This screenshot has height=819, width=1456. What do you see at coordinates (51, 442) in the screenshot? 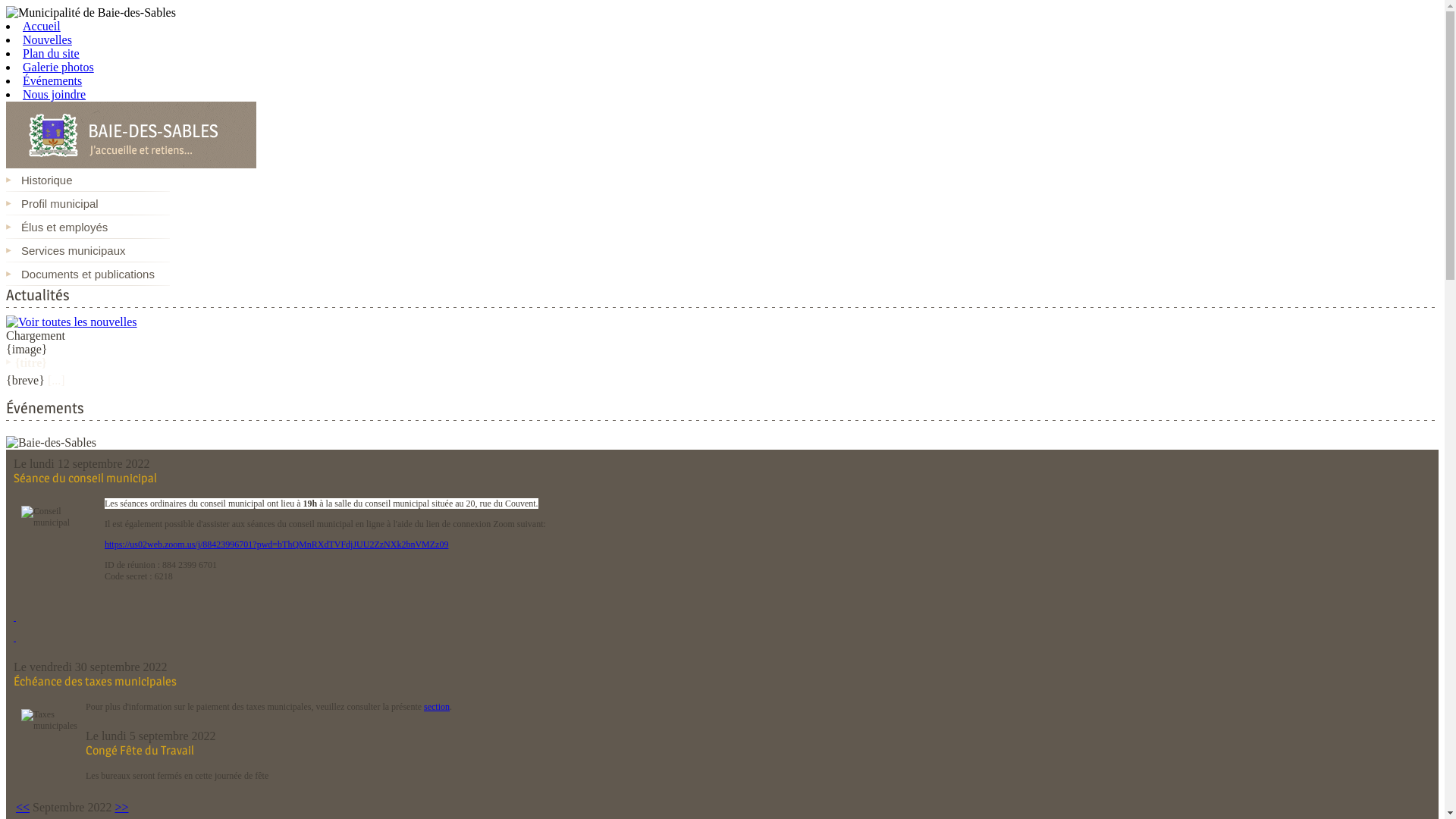
I see `'Baie-des-Sables'` at bounding box center [51, 442].